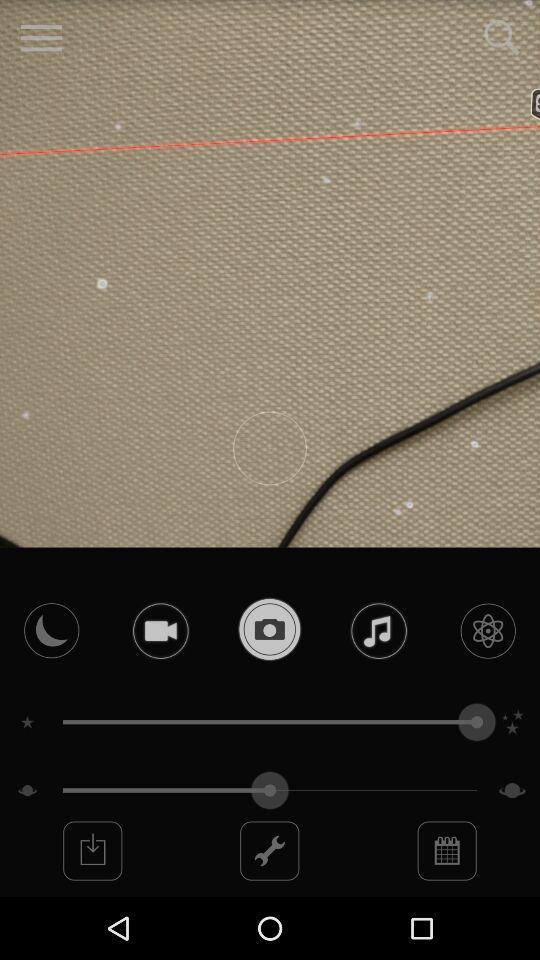 The height and width of the screenshot is (960, 540). What do you see at coordinates (269, 673) in the screenshot?
I see `the photo icon` at bounding box center [269, 673].